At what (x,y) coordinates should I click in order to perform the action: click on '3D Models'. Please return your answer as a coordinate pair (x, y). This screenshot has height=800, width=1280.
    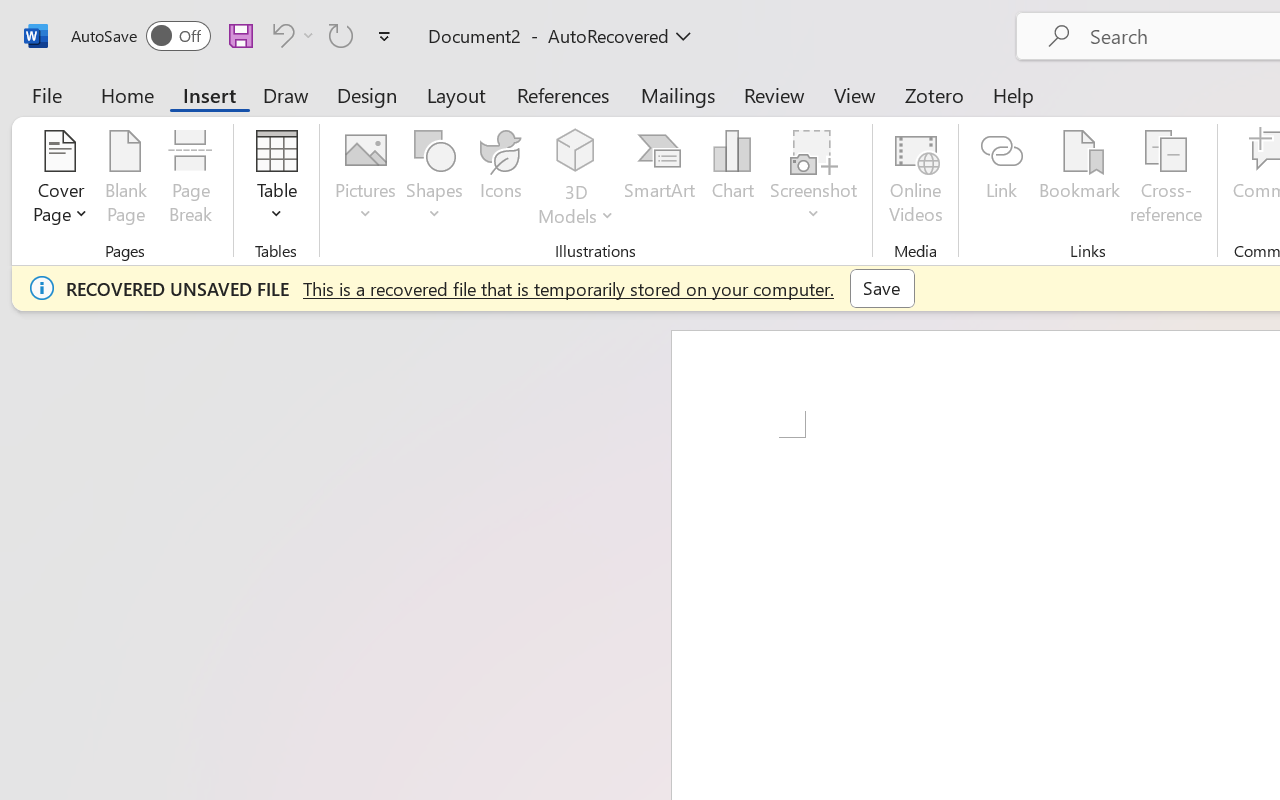
    Looking at the image, I should click on (575, 179).